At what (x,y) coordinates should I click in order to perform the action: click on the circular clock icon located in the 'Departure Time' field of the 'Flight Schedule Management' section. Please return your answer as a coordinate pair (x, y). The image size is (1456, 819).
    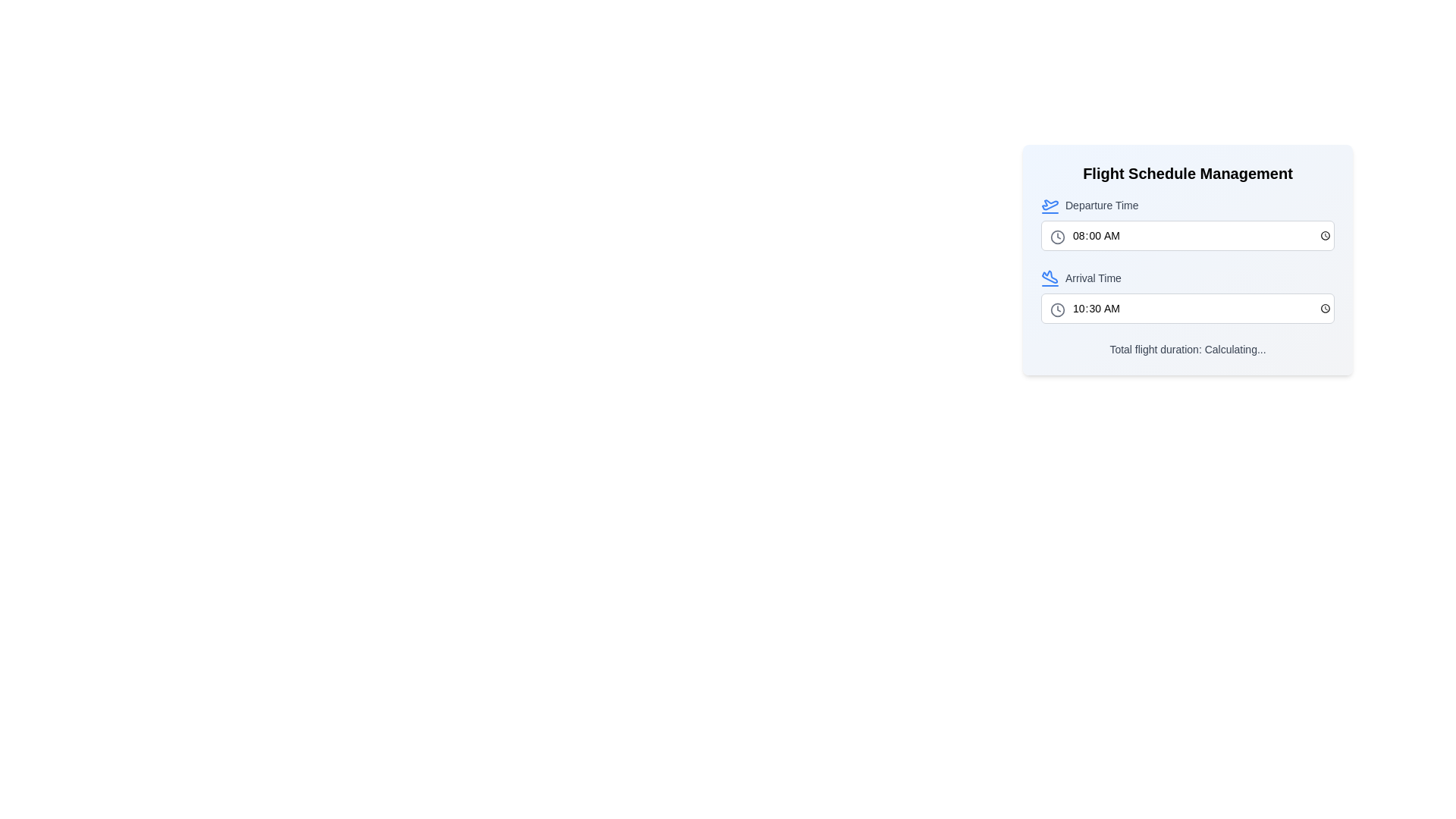
    Looking at the image, I should click on (1057, 237).